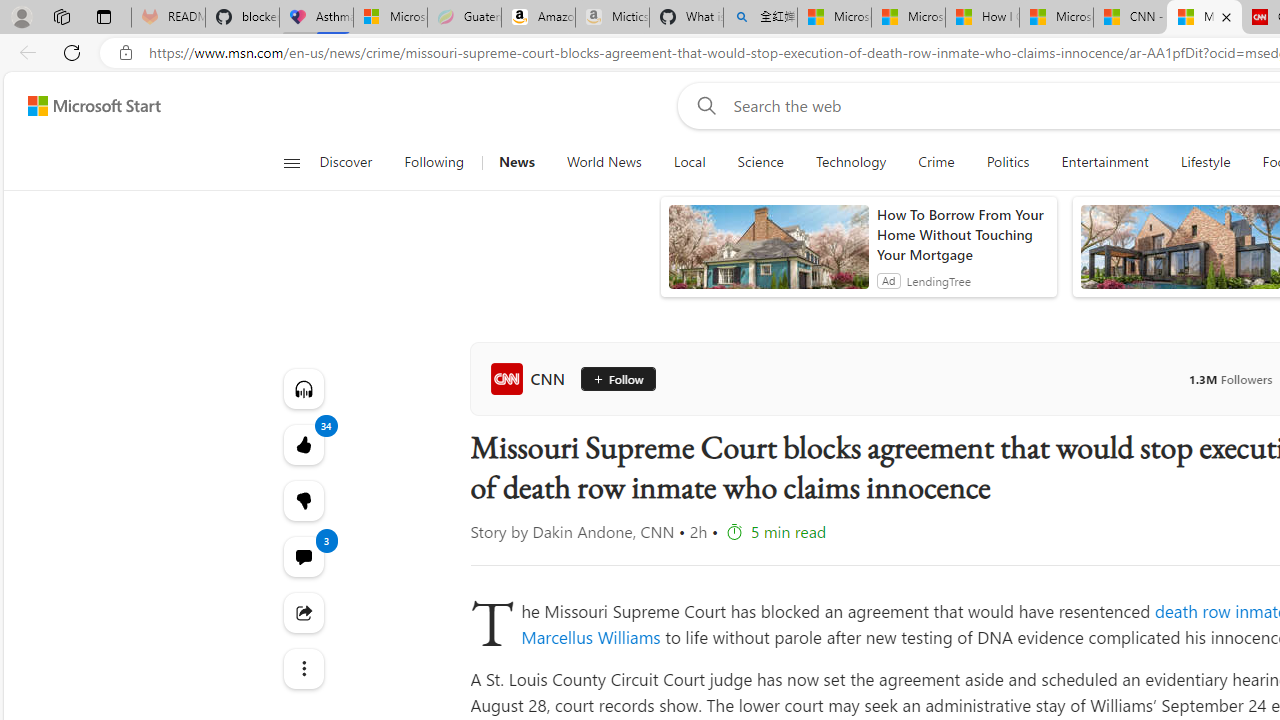 Image resolution: width=1280 pixels, height=720 pixels. I want to click on 'Web search', so click(702, 105).